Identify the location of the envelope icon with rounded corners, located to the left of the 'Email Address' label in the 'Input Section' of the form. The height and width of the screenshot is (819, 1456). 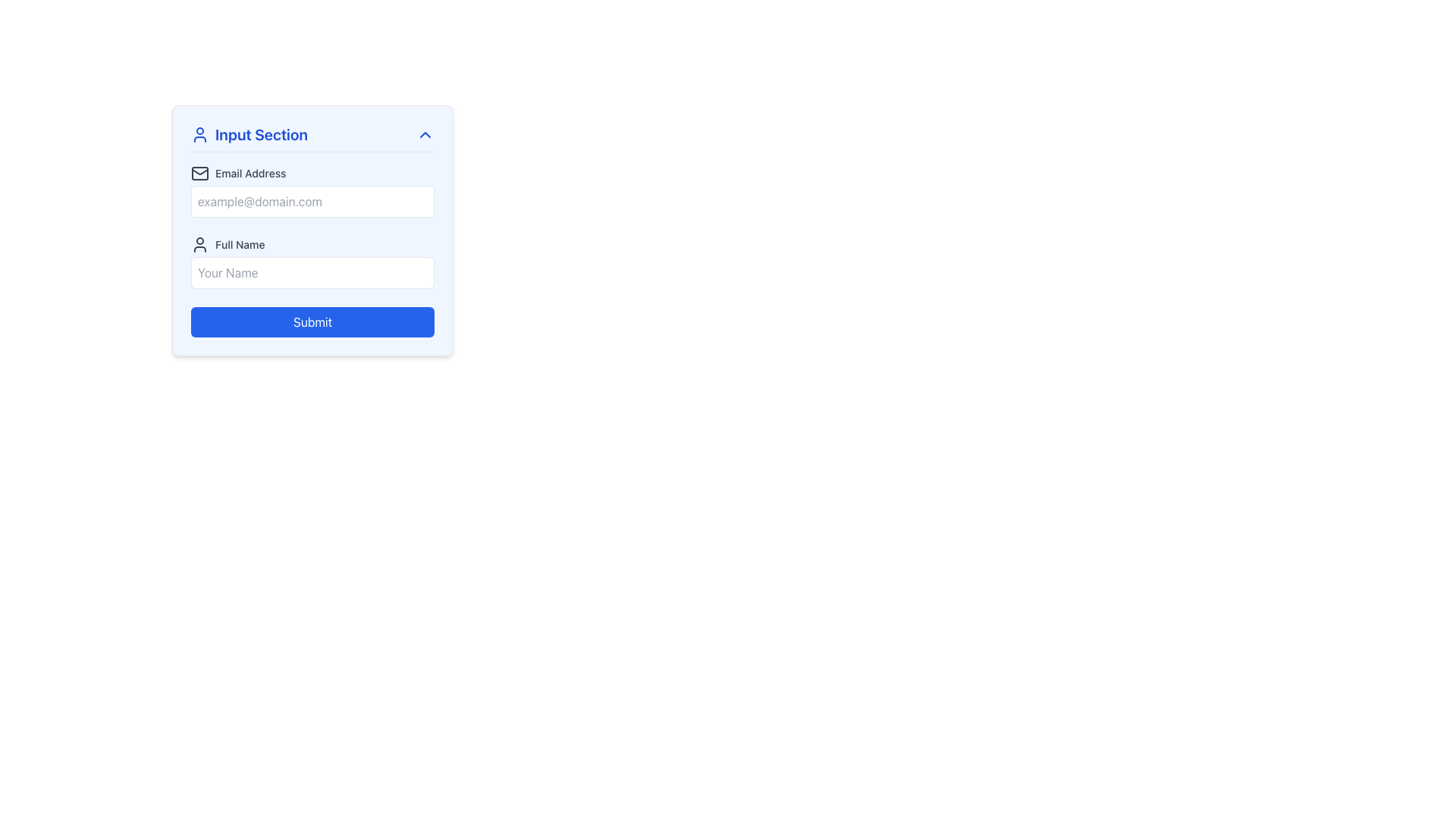
(199, 172).